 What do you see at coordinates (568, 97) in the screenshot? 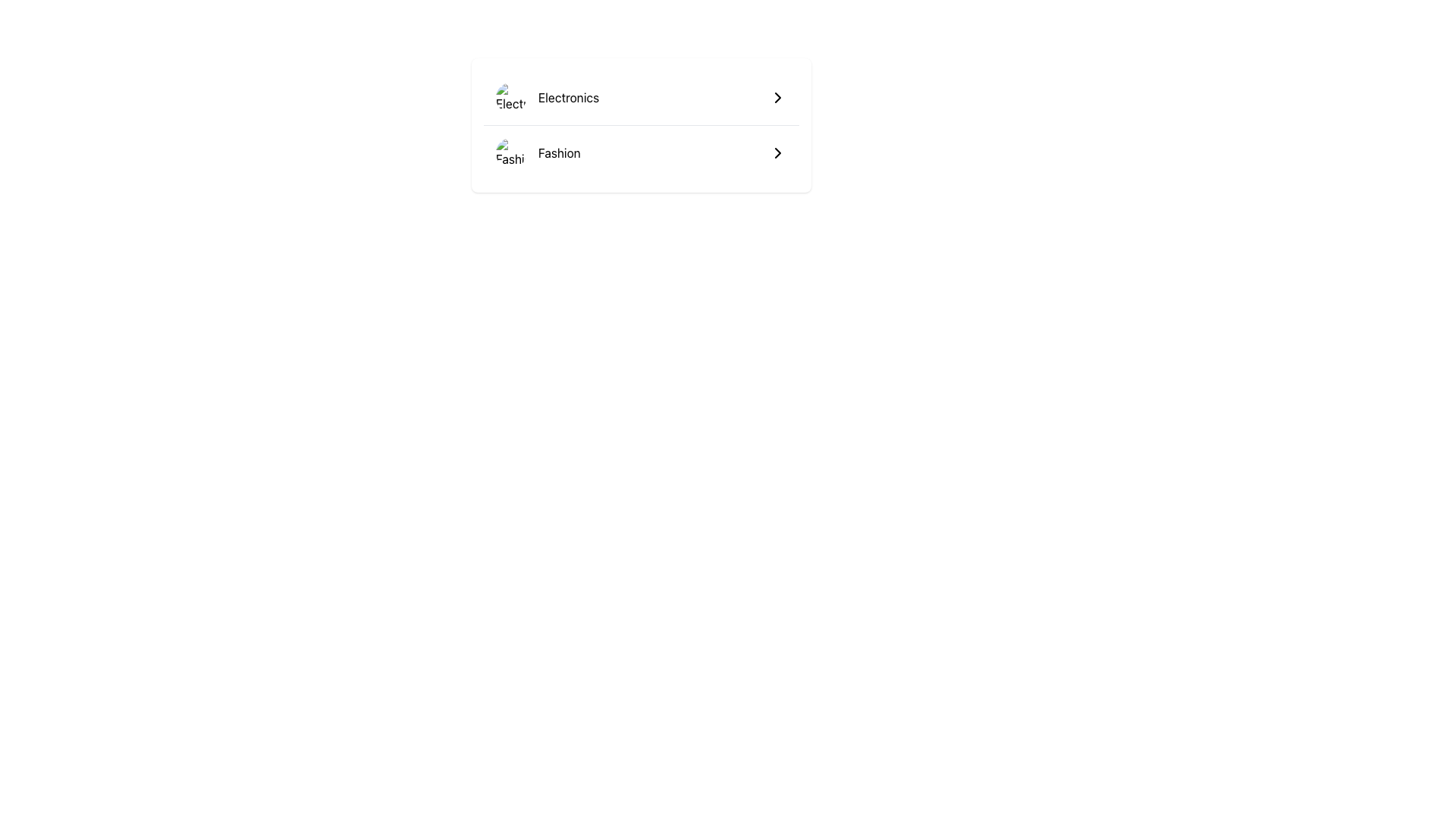
I see `text label displaying 'Electronics' which is positioned to the right of an icon in a horizontal row below the header section` at bounding box center [568, 97].